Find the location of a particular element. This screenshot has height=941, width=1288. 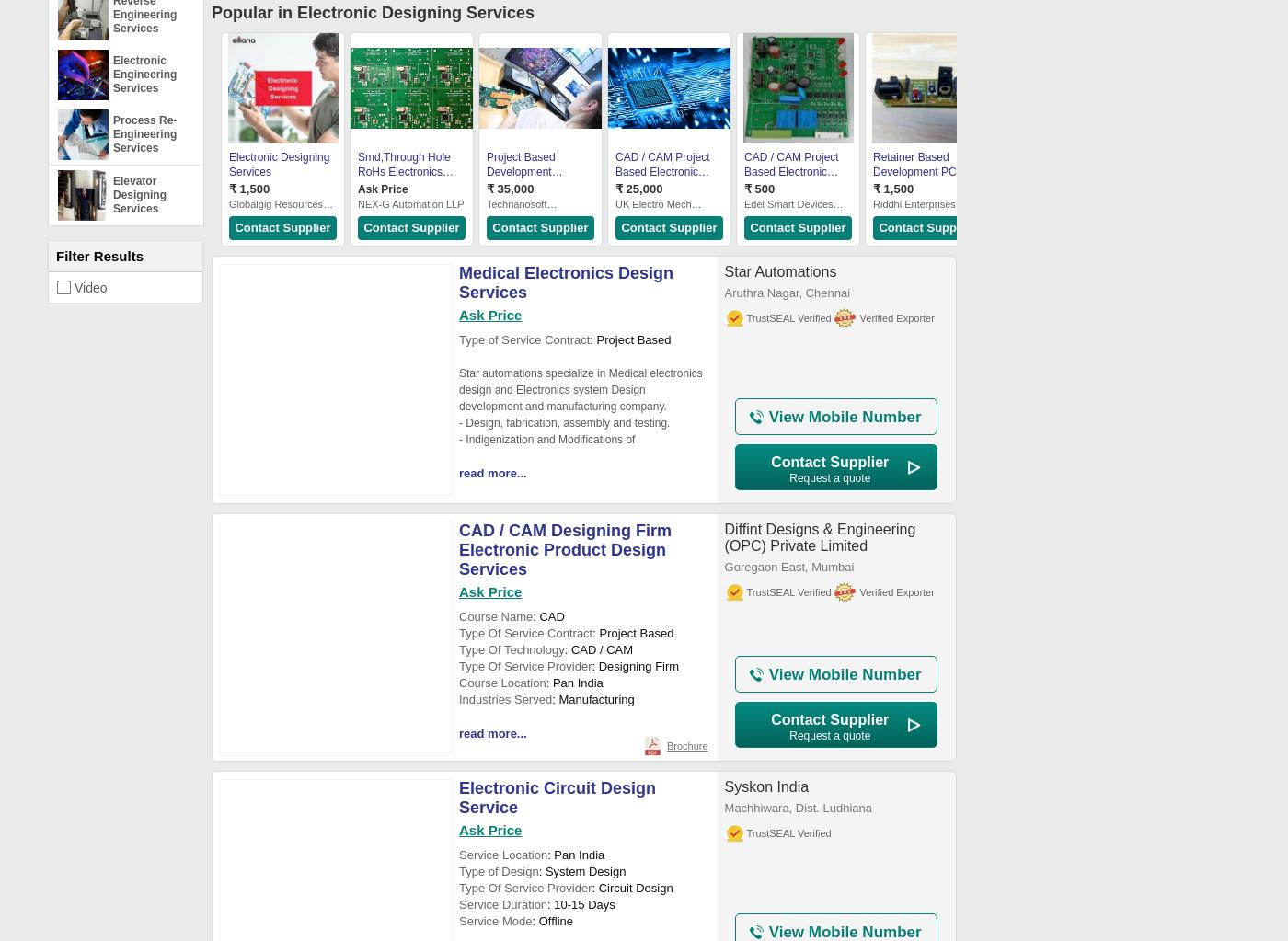

'Project Based Development Electronic Embedded Hardware Design Service, Automotive, Pan India' is located at coordinates (487, 193).